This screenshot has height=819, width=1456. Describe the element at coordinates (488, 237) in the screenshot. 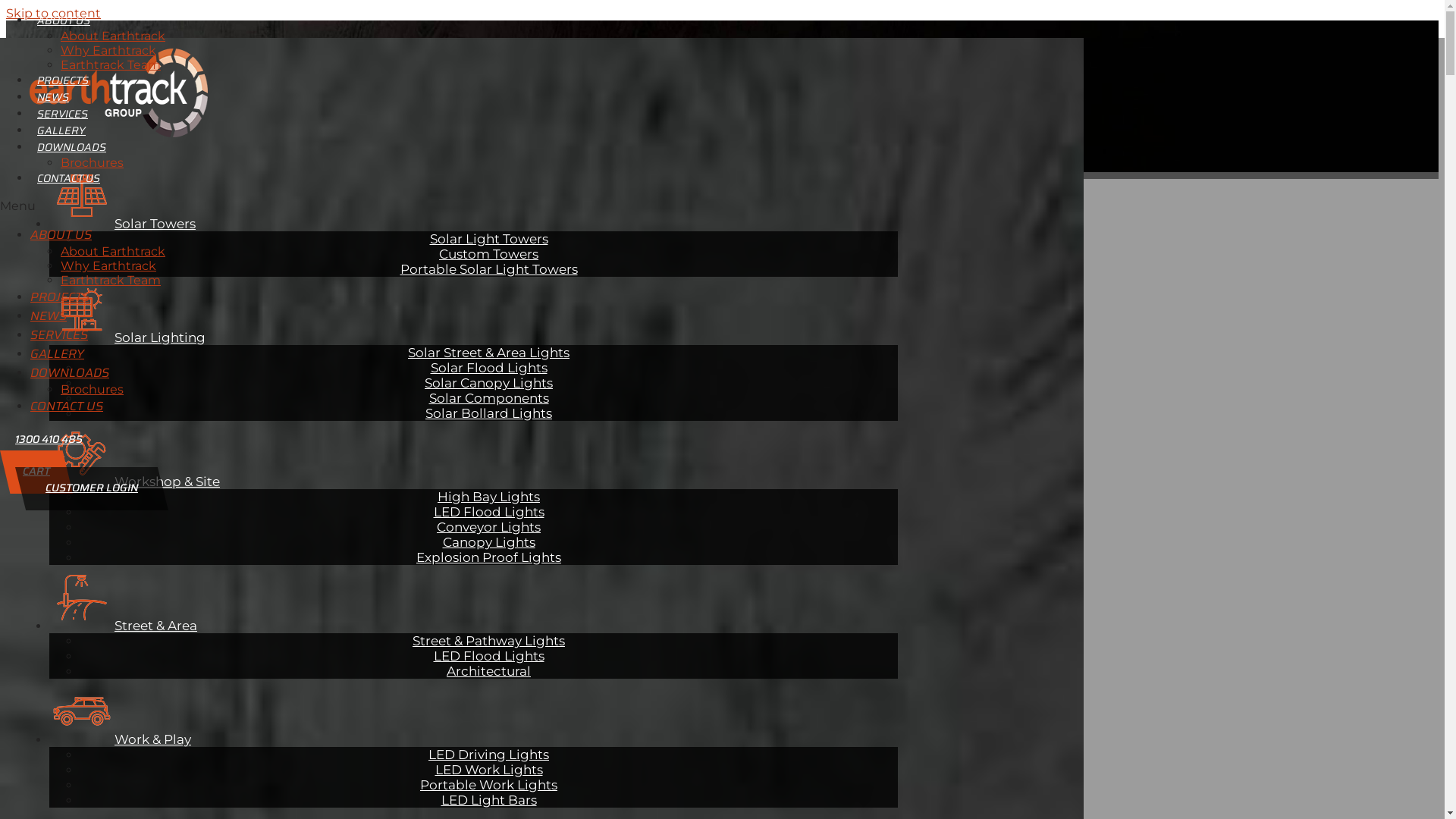

I see `'Solar Light Towers'` at that location.